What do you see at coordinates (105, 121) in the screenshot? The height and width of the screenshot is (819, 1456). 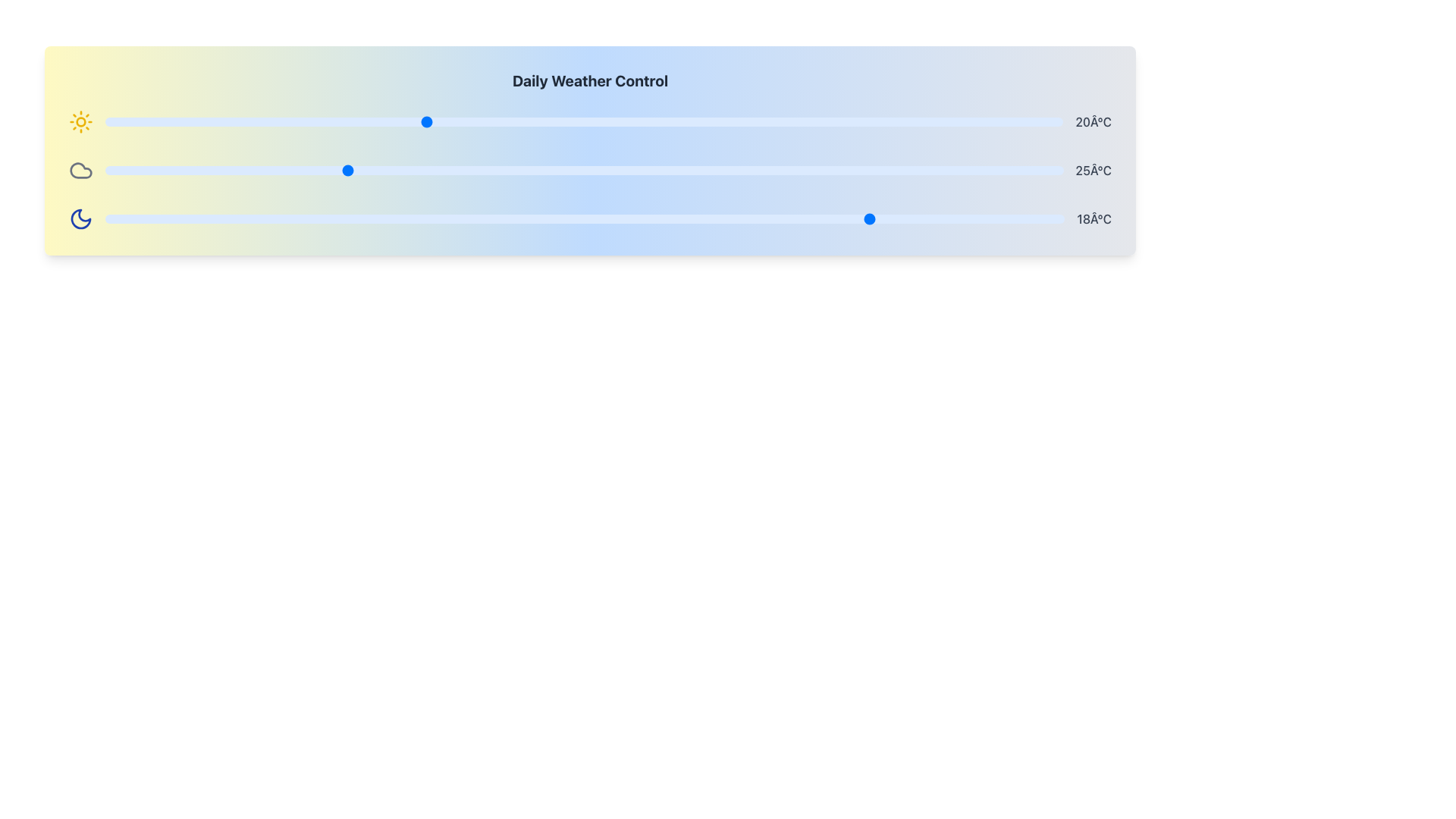 I see `the slider` at bounding box center [105, 121].